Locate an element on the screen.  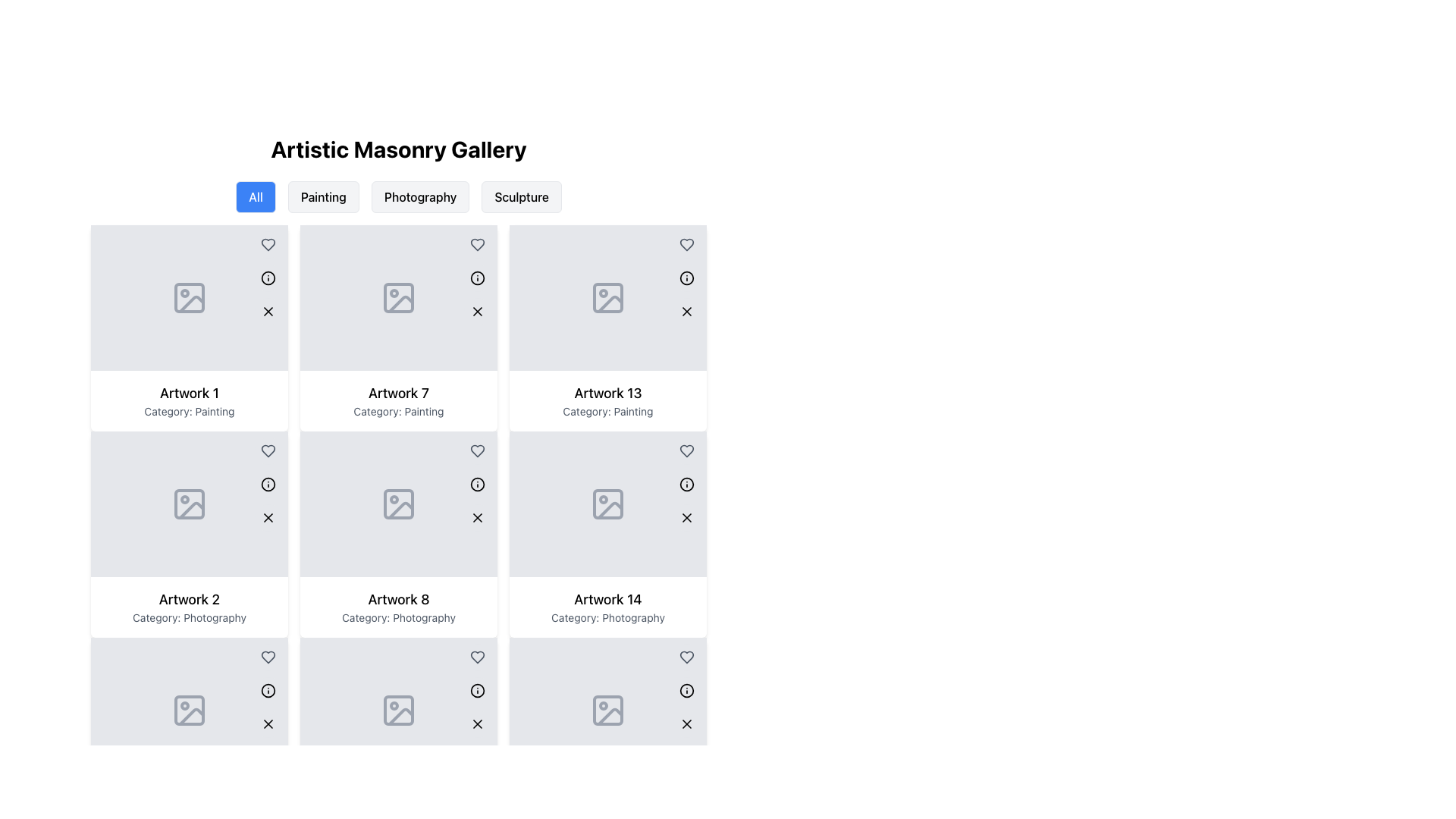
the 'X' icon button located at the top-right corner of the 'Artwork 2: Category Photography' card to initiate its function is located at coordinates (268, 516).